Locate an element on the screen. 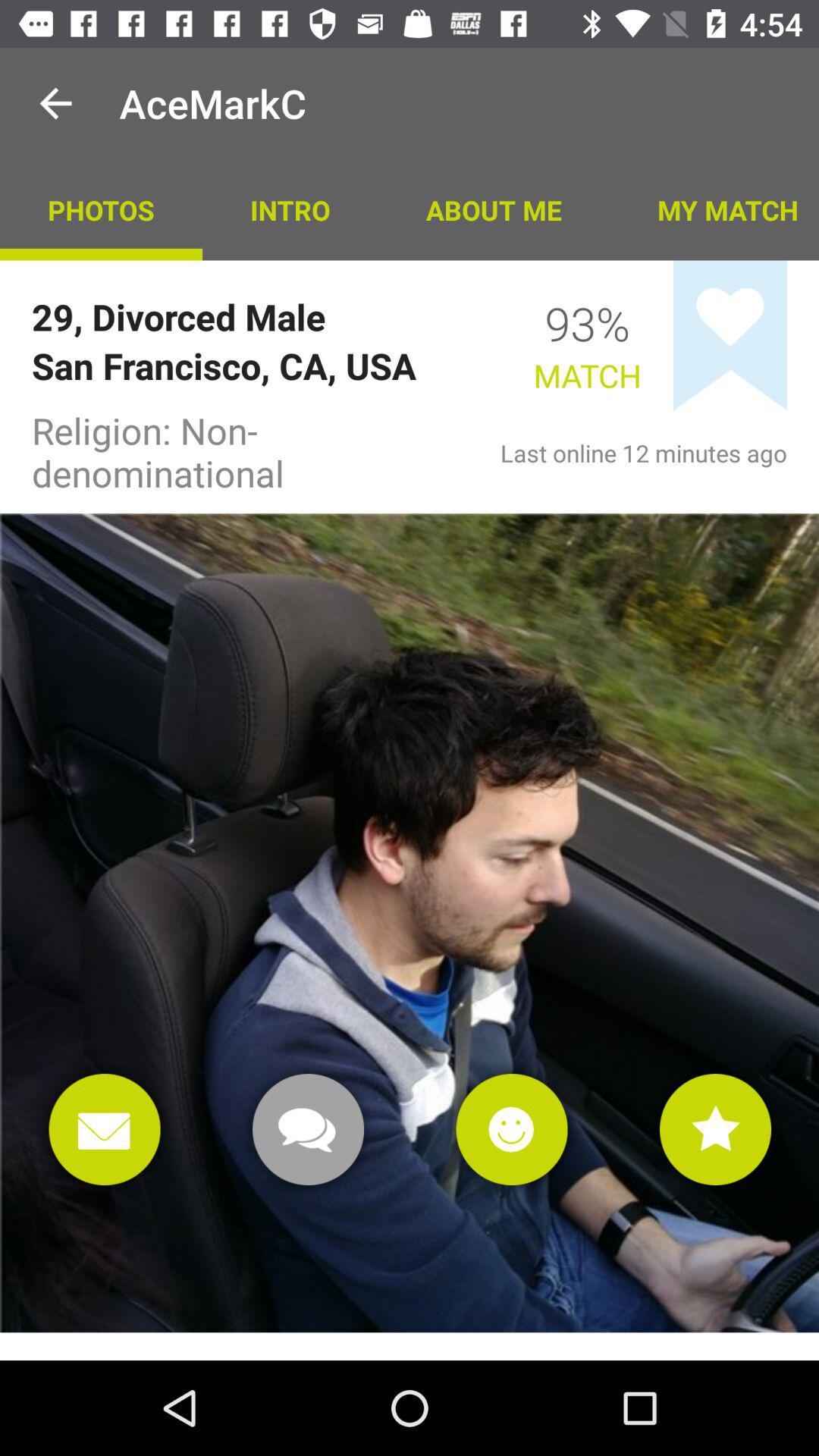 This screenshot has height=1456, width=819. the item above 93% is located at coordinates (494, 209).